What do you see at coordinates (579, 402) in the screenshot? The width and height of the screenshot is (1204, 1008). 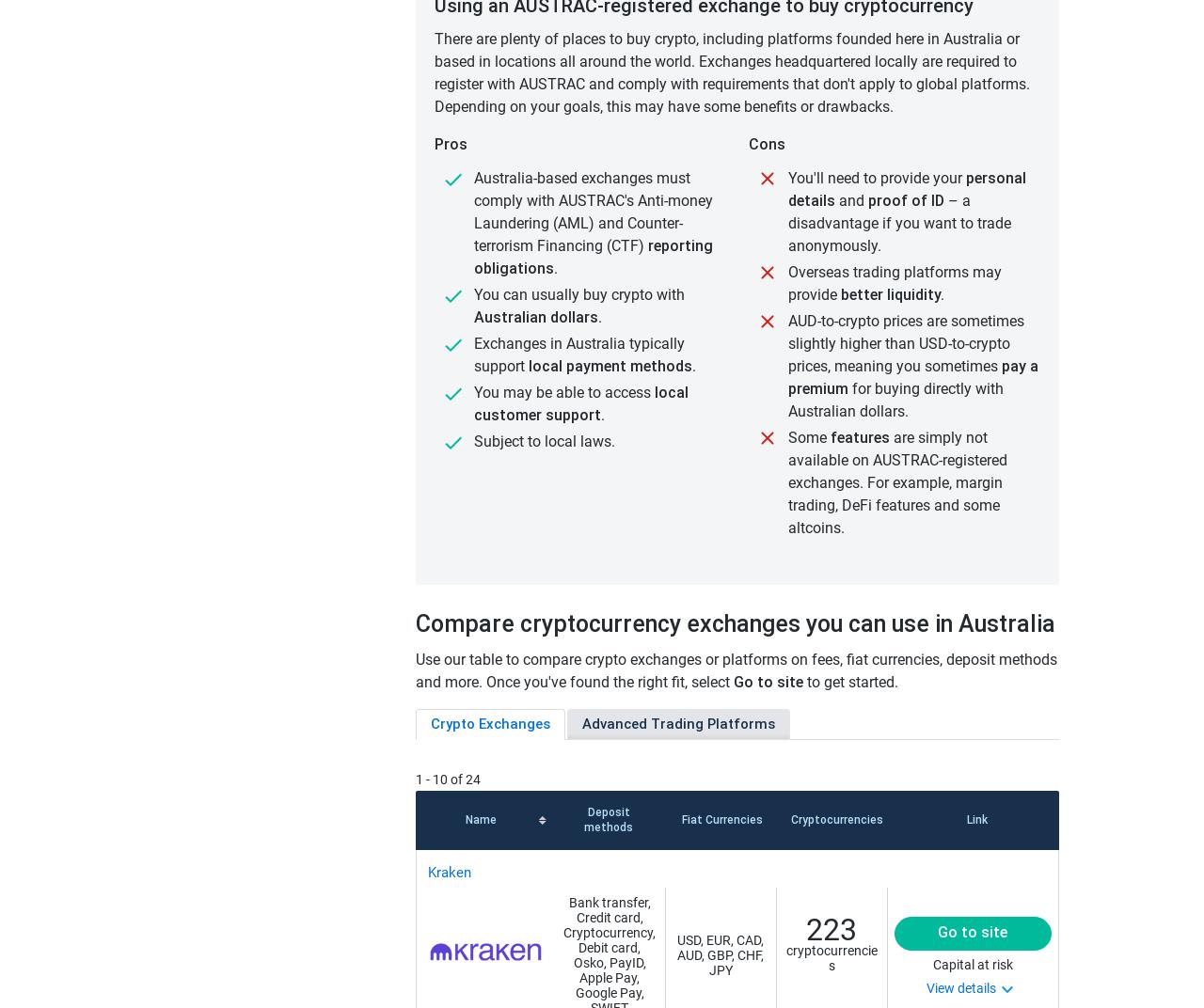 I see `'local customer support'` at bounding box center [579, 402].